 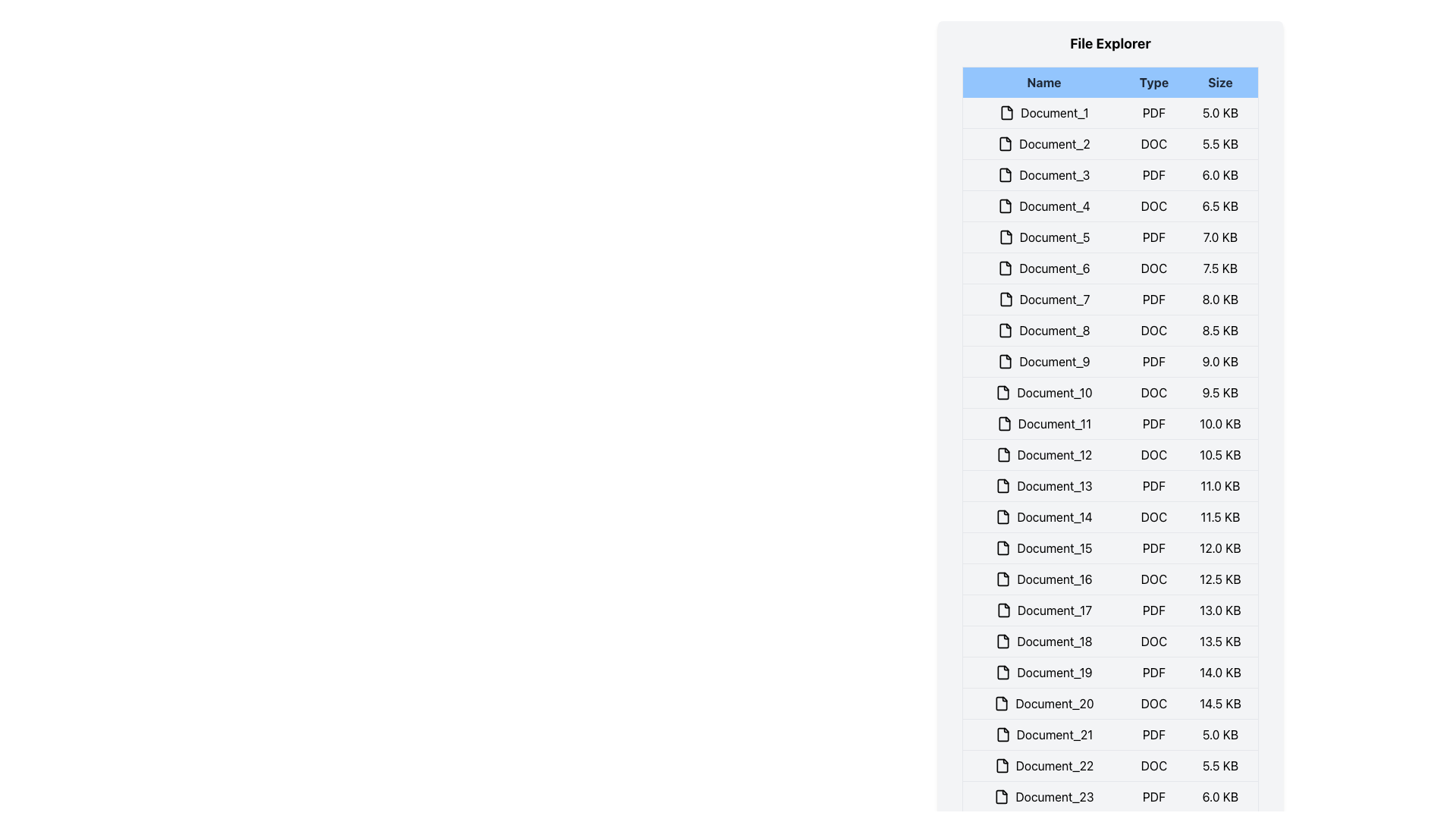 I want to click on the text label displaying '9.0 KB' located in the 'Size' column of the 'Document_9' row in a file explorer interface, so click(x=1220, y=362).